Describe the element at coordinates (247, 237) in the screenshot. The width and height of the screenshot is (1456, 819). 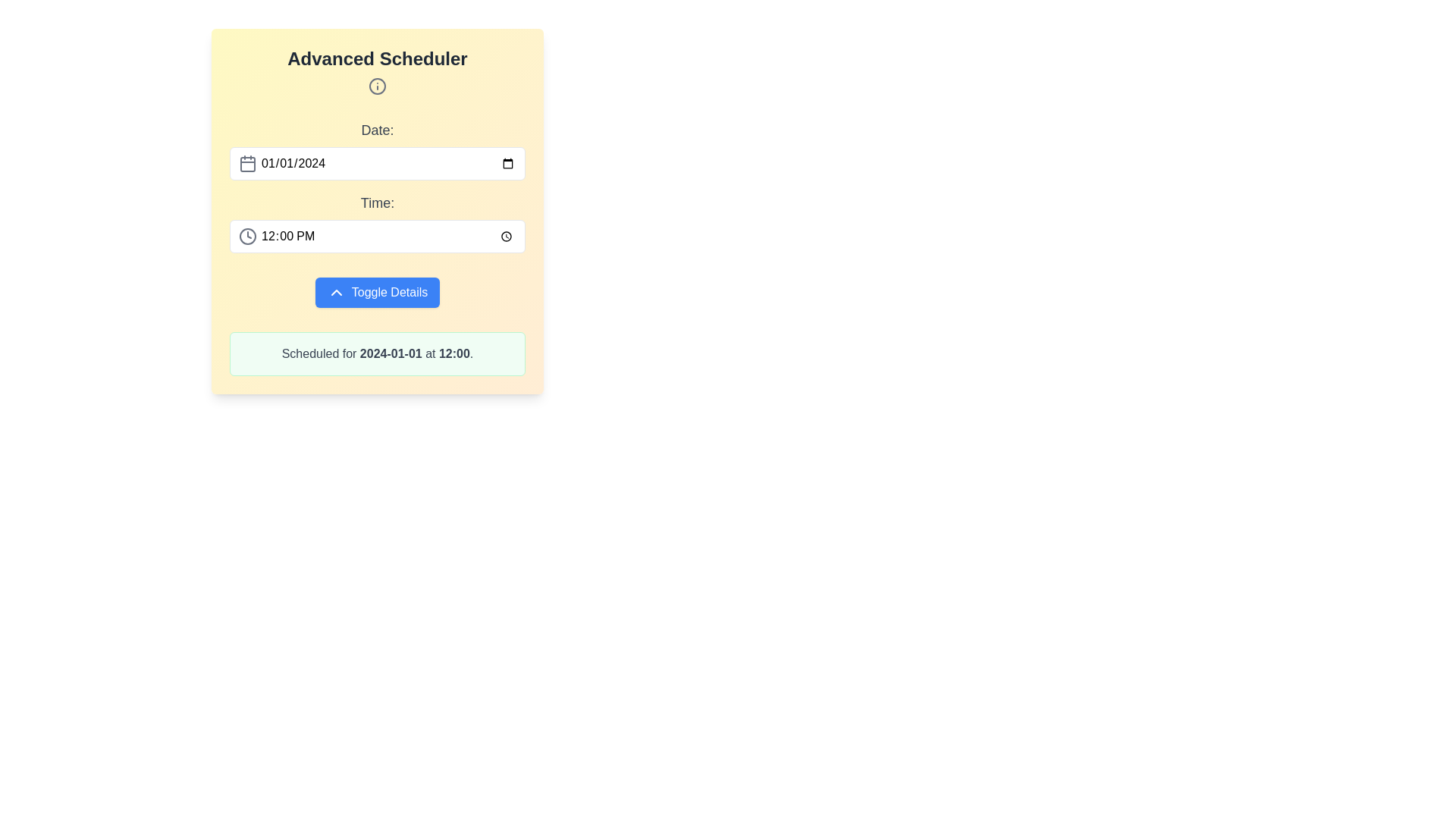
I see `the time selection icon located to the left of the '12:00 PM' input field` at that location.